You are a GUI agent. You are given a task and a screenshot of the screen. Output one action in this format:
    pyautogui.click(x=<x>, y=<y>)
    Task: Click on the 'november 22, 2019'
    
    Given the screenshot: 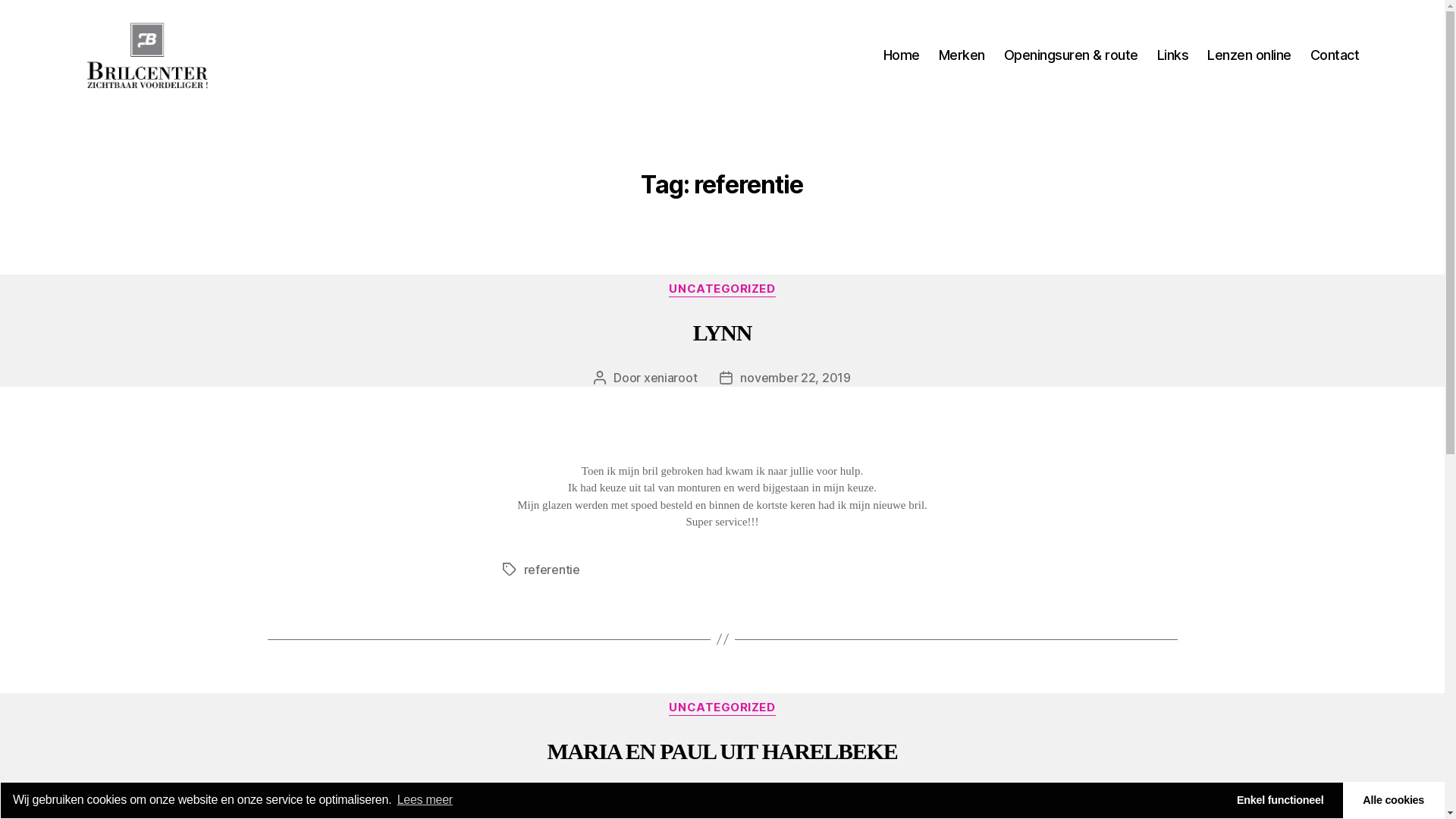 What is the action you would take?
    pyautogui.click(x=794, y=376)
    